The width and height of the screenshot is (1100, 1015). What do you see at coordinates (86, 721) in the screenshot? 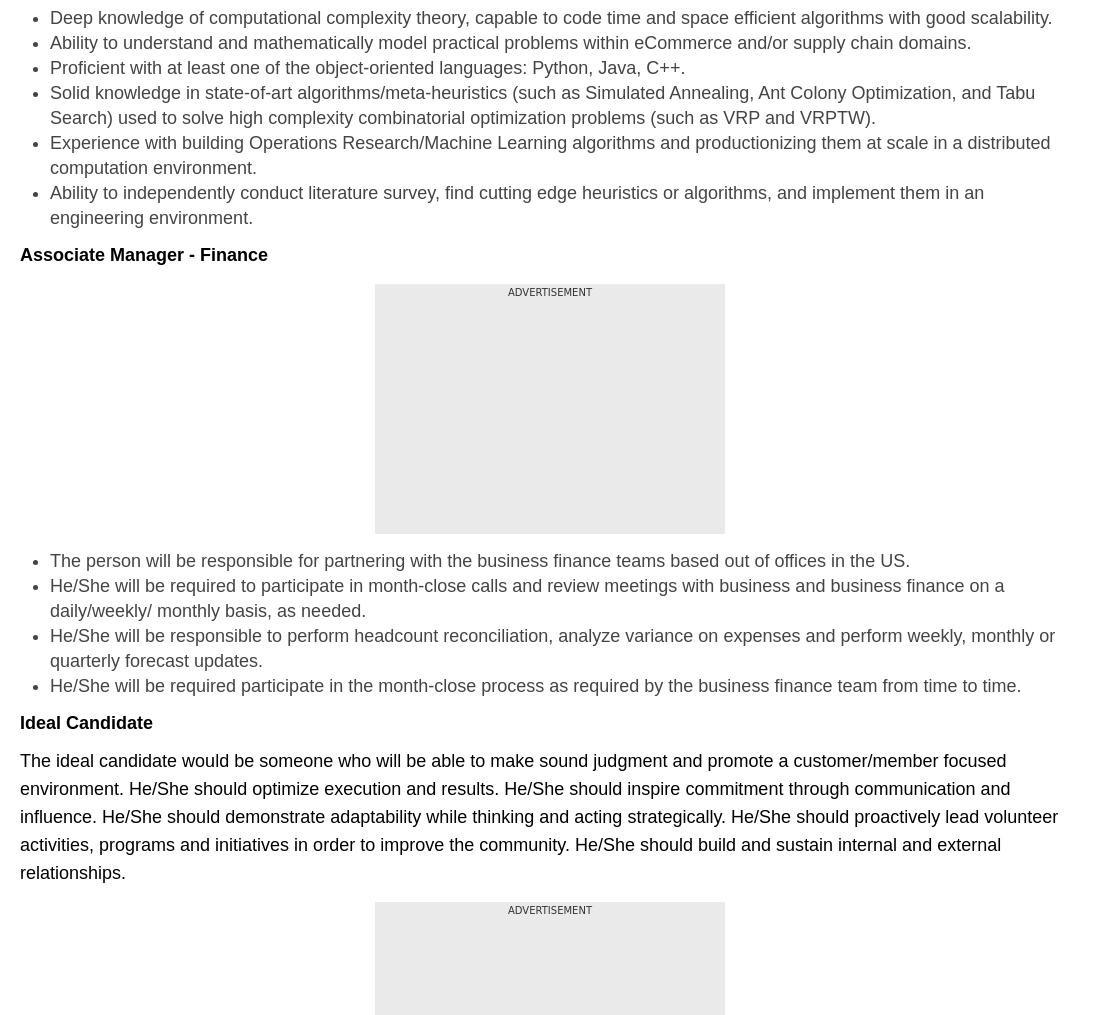
I see `'Ideal Candidate'` at bounding box center [86, 721].